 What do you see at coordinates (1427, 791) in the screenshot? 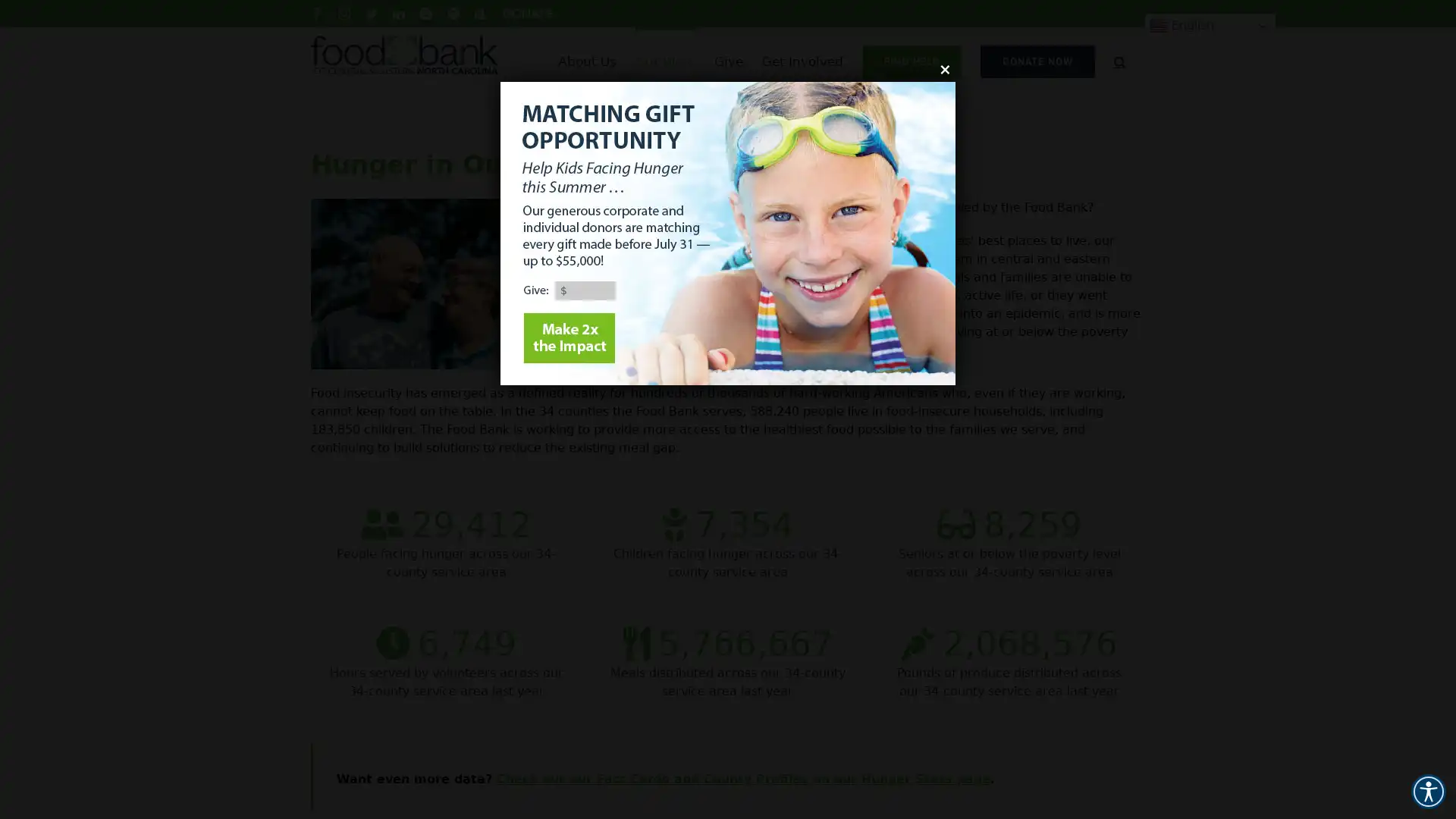
I see `Accessibility Menu` at bounding box center [1427, 791].